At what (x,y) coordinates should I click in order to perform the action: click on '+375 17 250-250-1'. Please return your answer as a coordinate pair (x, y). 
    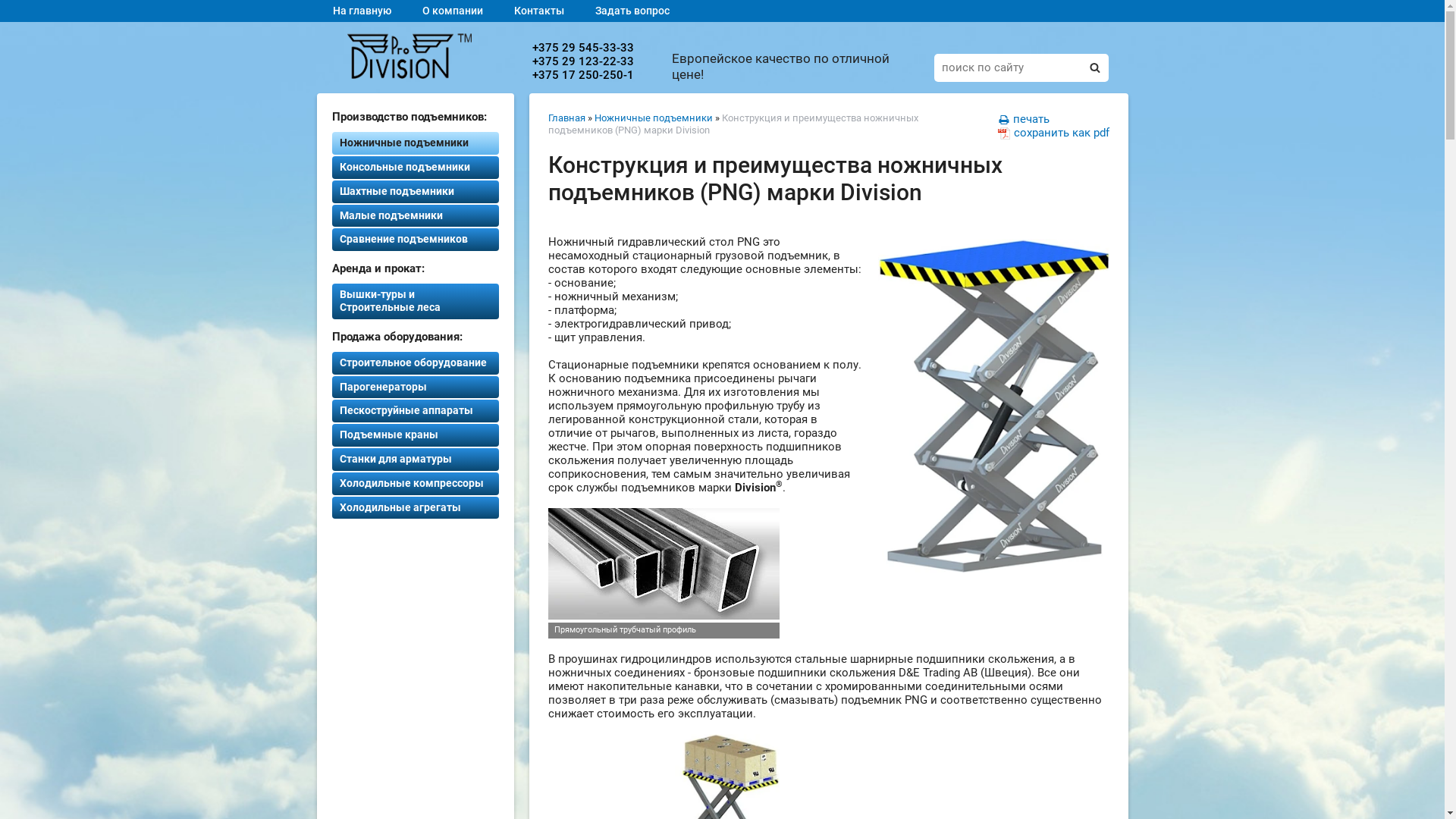
    Looking at the image, I should click on (582, 75).